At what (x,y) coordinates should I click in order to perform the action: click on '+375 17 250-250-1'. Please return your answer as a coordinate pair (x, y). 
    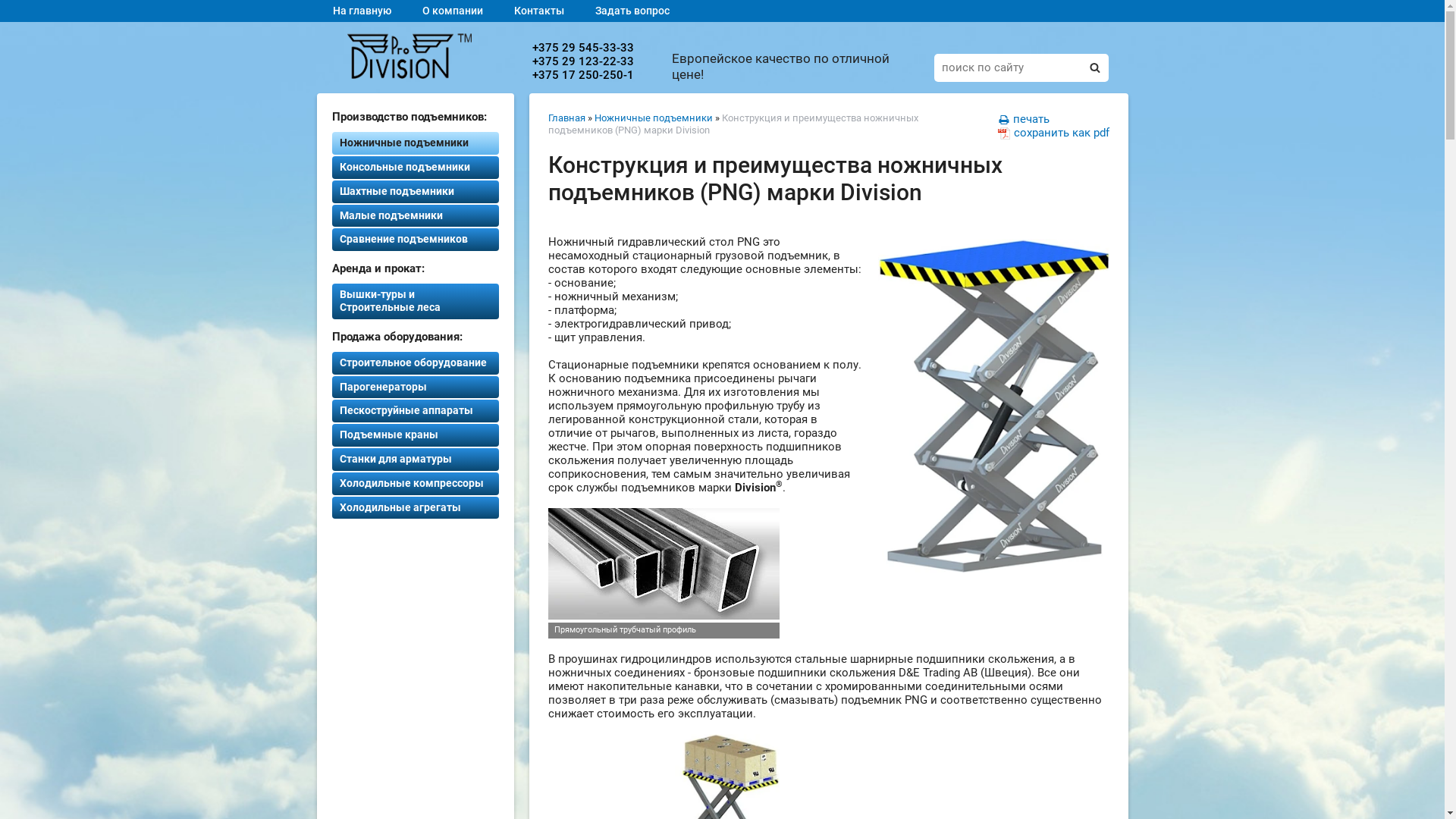
    Looking at the image, I should click on (582, 75).